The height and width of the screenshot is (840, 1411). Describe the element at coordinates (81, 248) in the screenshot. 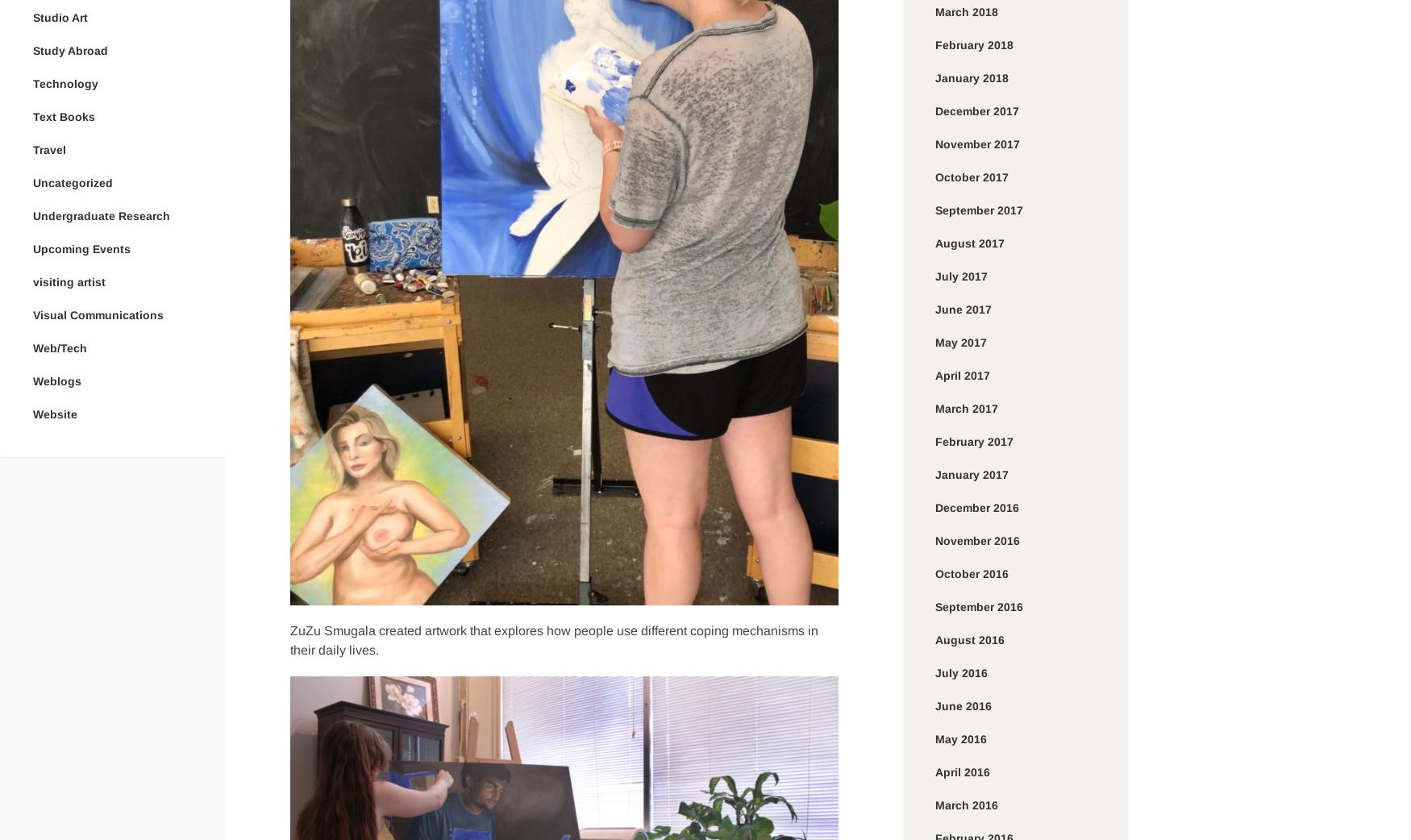

I see `'Upcoming Events'` at that location.